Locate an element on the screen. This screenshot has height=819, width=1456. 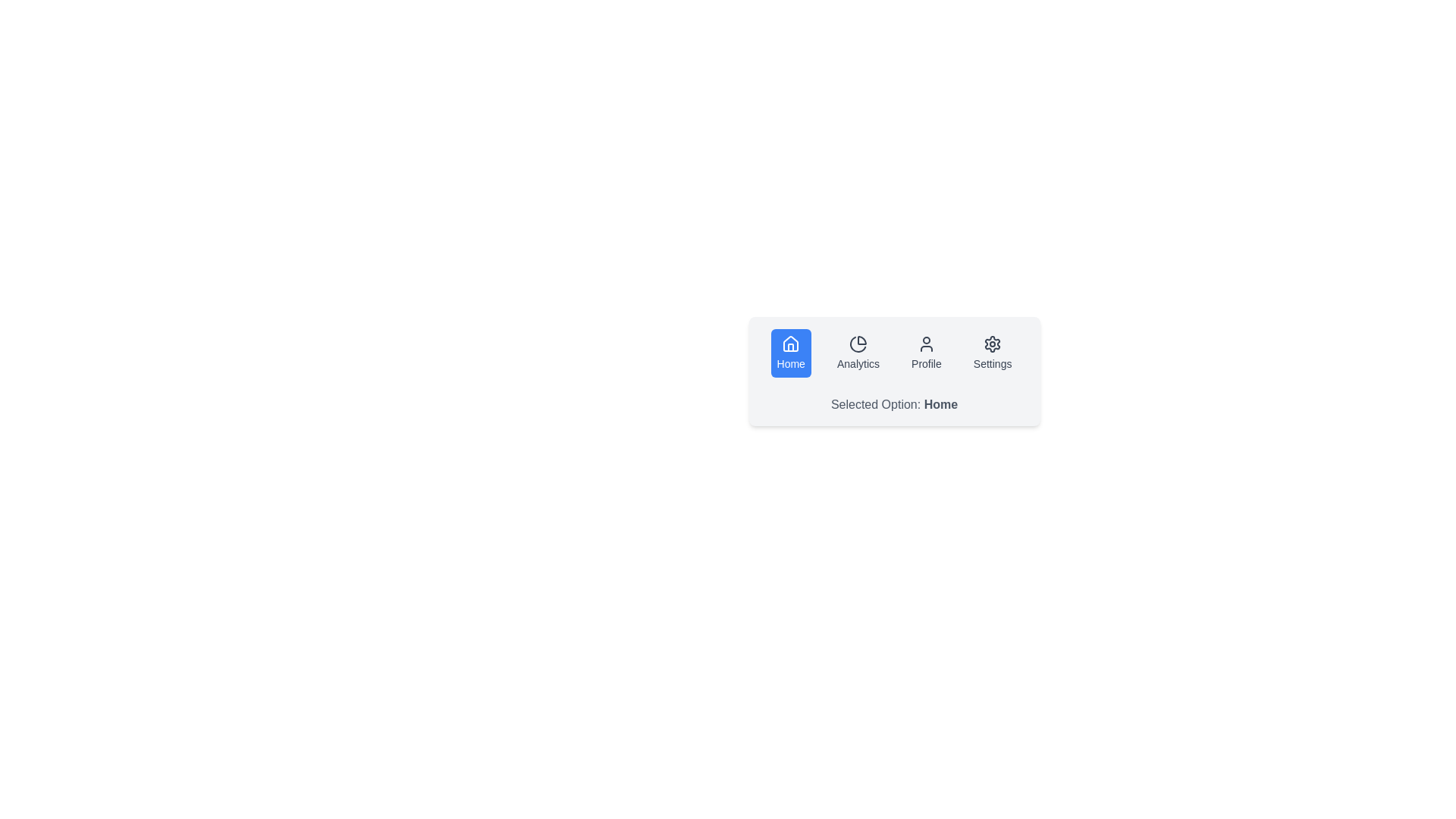
the 'Analytics' text label, which is a small gray text aligned centrally below a pie chart icon is located at coordinates (858, 363).